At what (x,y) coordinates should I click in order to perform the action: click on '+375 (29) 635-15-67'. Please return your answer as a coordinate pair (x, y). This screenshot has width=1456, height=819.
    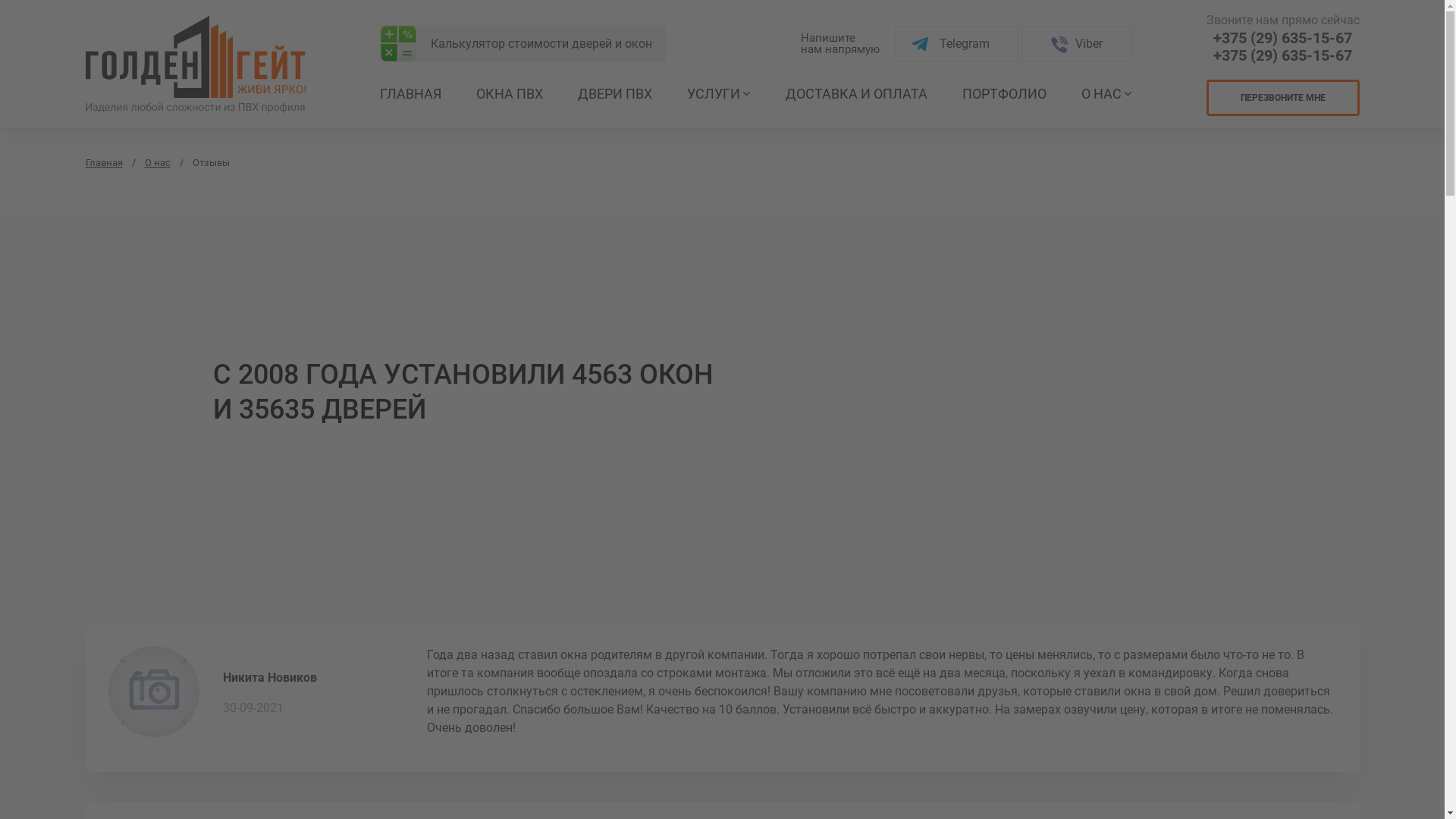
    Looking at the image, I should click on (1282, 55).